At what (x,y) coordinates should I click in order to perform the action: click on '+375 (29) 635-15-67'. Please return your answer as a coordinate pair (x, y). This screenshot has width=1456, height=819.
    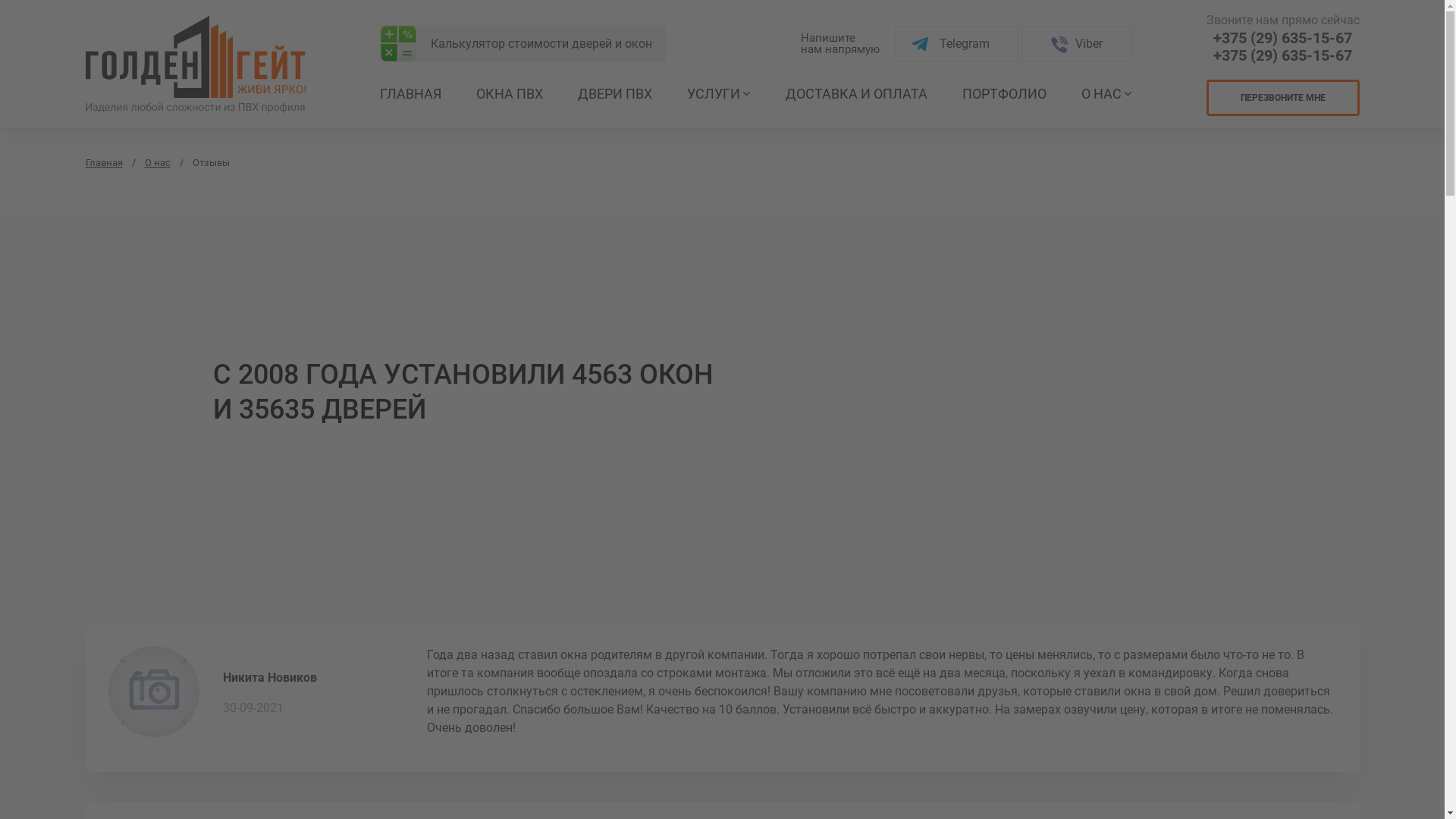
    Looking at the image, I should click on (1282, 55).